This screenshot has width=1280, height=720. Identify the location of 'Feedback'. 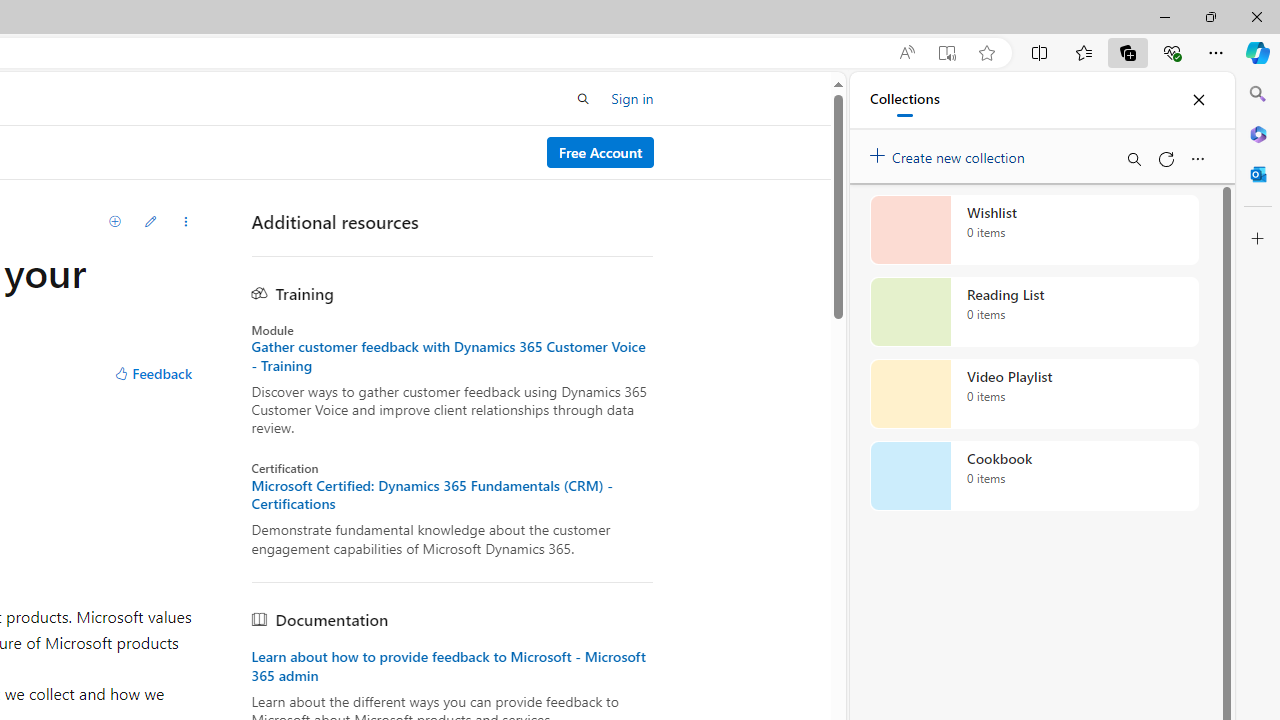
(151, 374).